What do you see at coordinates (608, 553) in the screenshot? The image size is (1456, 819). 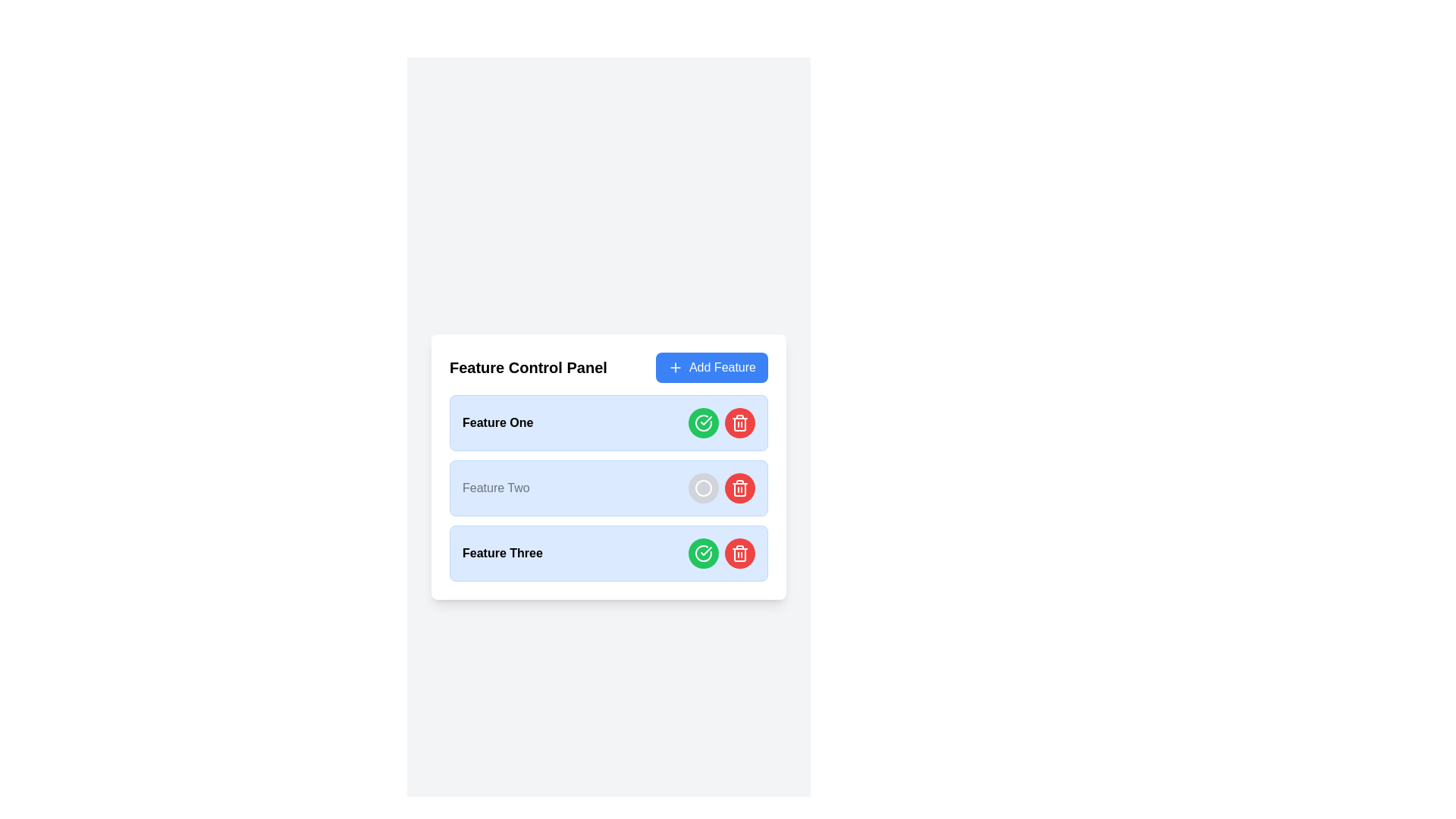 I see `the list item labeled 'Feature Three'` at bounding box center [608, 553].